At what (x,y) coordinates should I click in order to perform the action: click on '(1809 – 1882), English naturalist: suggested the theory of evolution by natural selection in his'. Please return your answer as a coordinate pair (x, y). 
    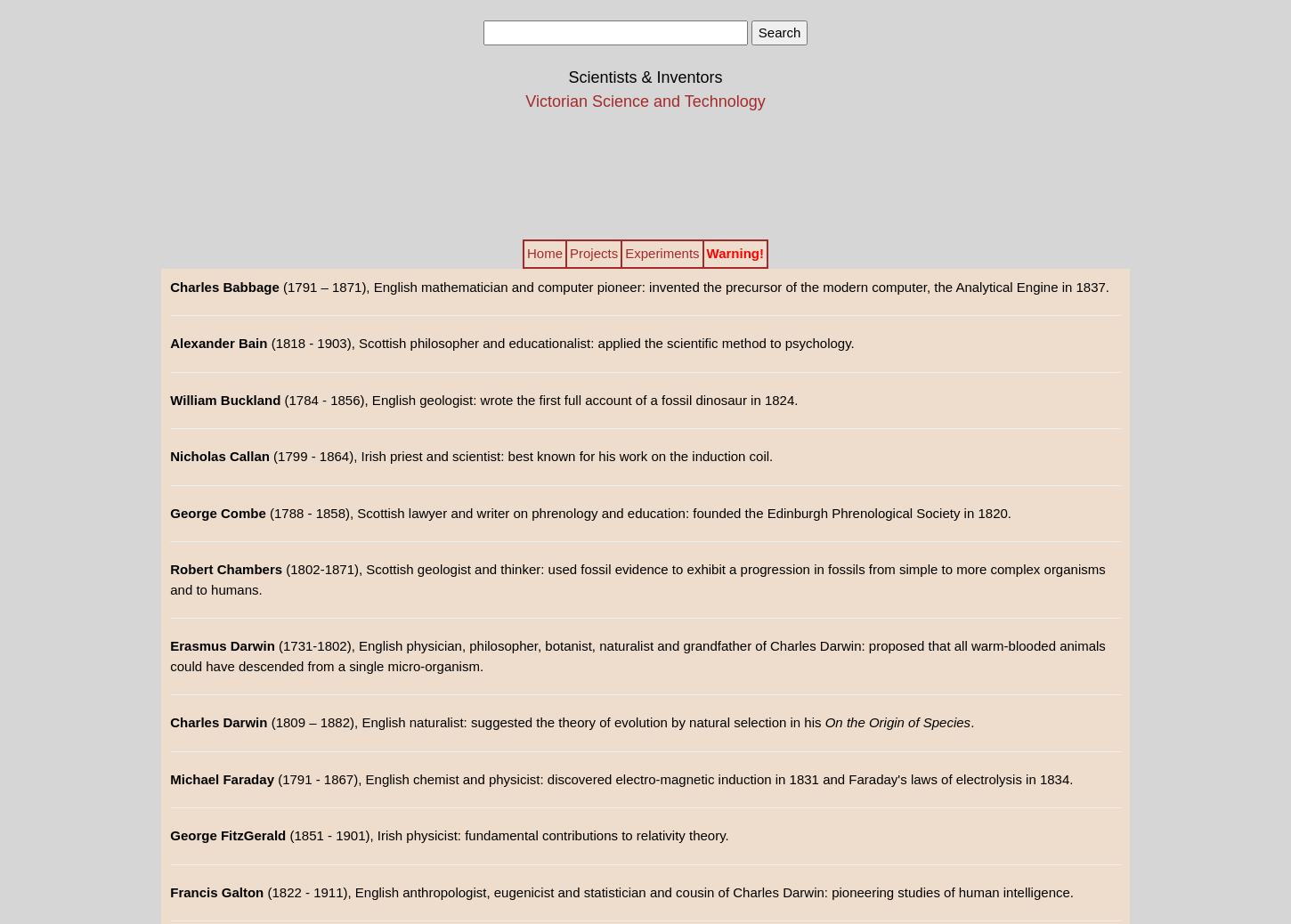
    Looking at the image, I should click on (545, 722).